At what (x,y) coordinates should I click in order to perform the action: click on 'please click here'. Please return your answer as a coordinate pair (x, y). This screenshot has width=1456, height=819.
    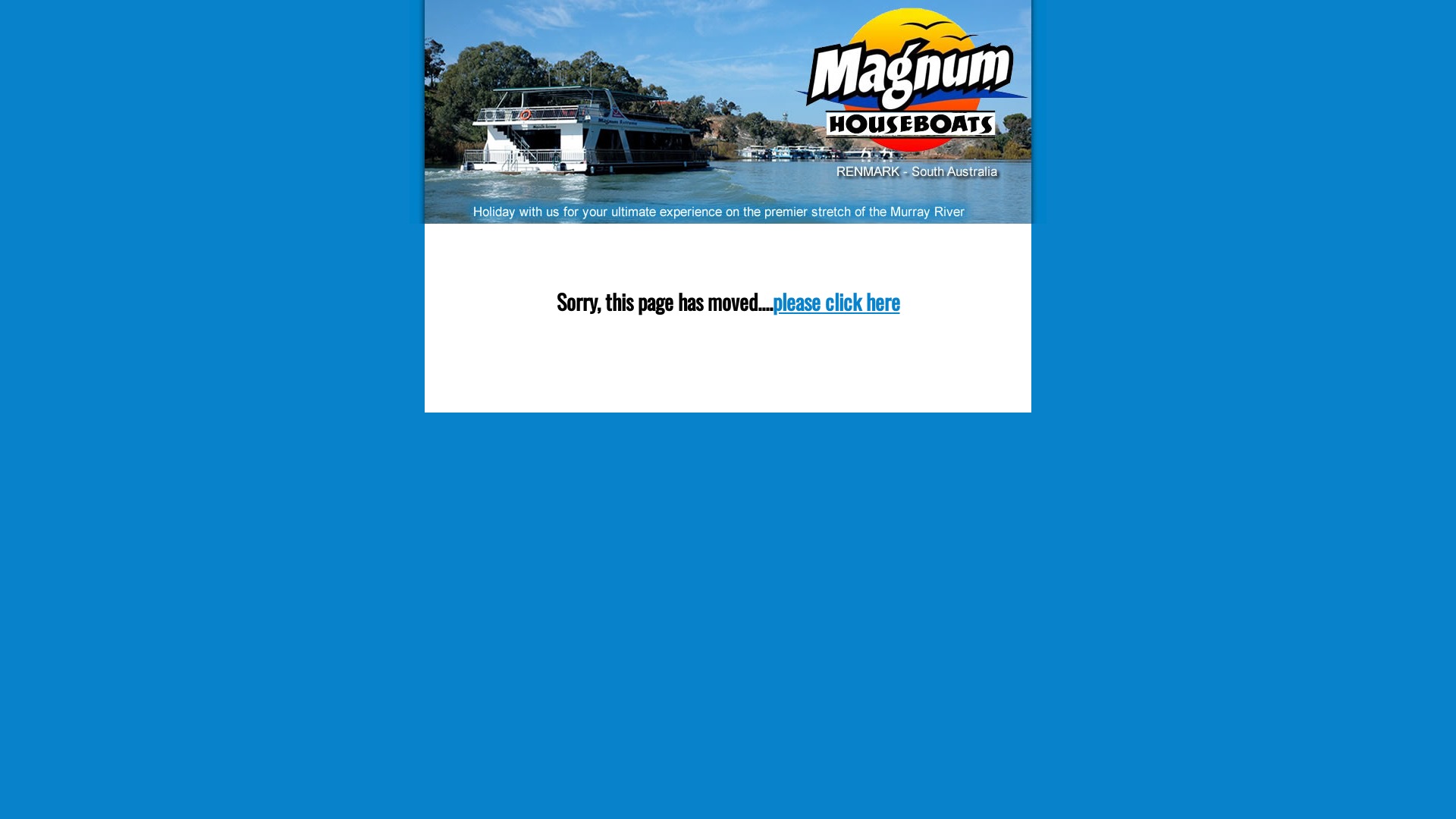
    Looking at the image, I should click on (835, 301).